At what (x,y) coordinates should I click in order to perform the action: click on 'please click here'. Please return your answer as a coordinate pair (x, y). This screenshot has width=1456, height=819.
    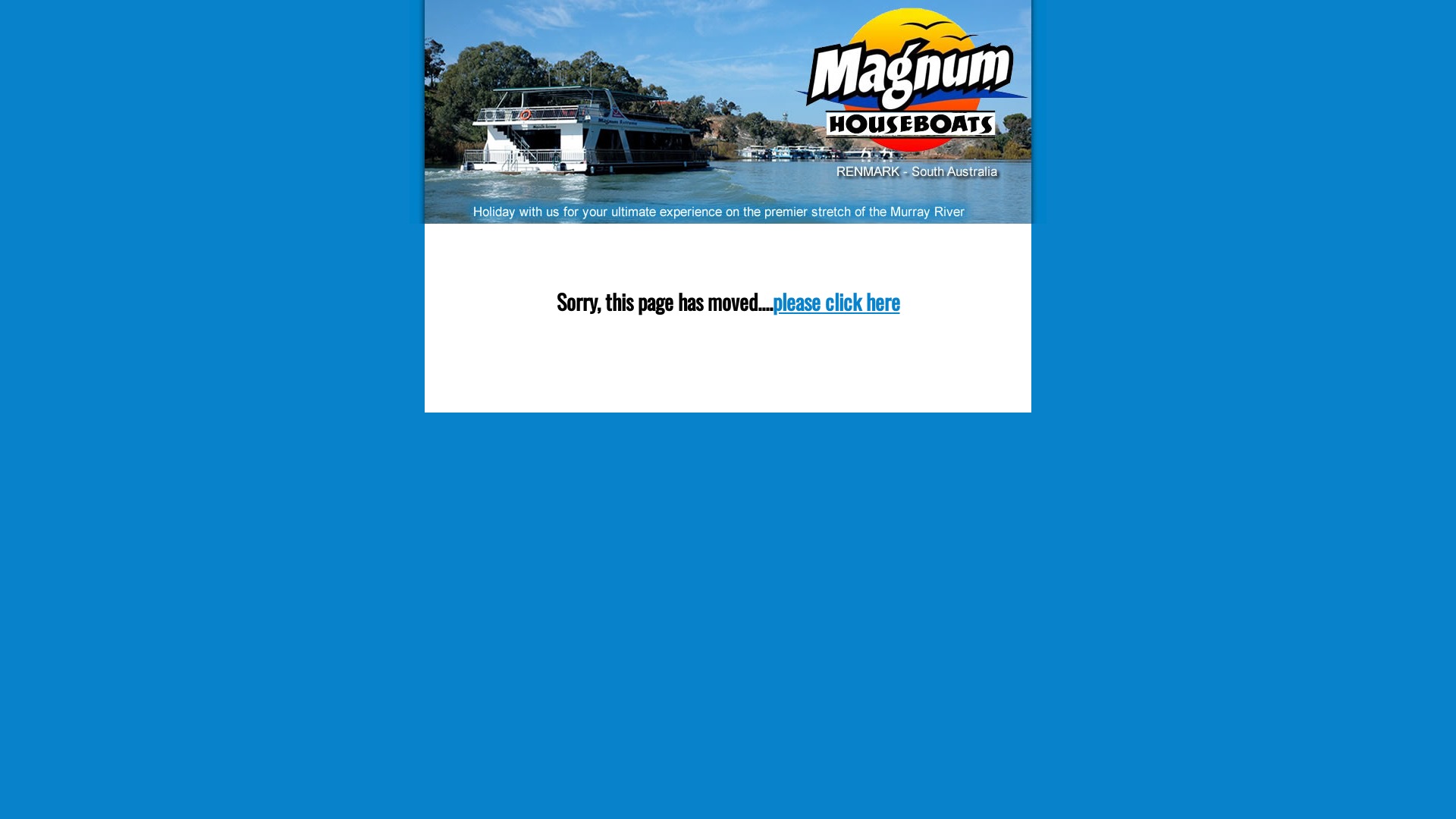
    Looking at the image, I should click on (835, 301).